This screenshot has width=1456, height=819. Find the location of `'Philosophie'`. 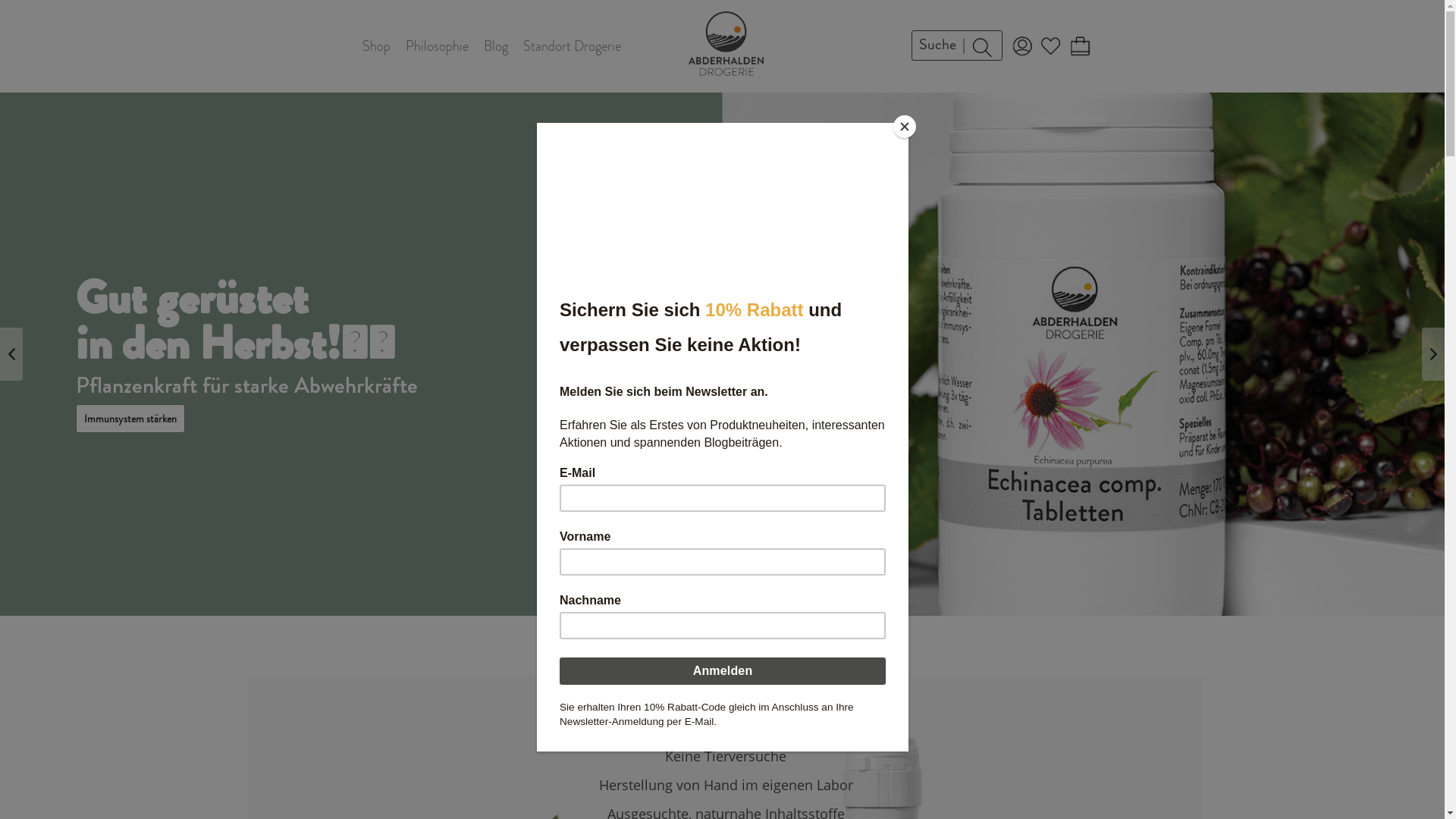

'Philosophie' is located at coordinates (435, 45).